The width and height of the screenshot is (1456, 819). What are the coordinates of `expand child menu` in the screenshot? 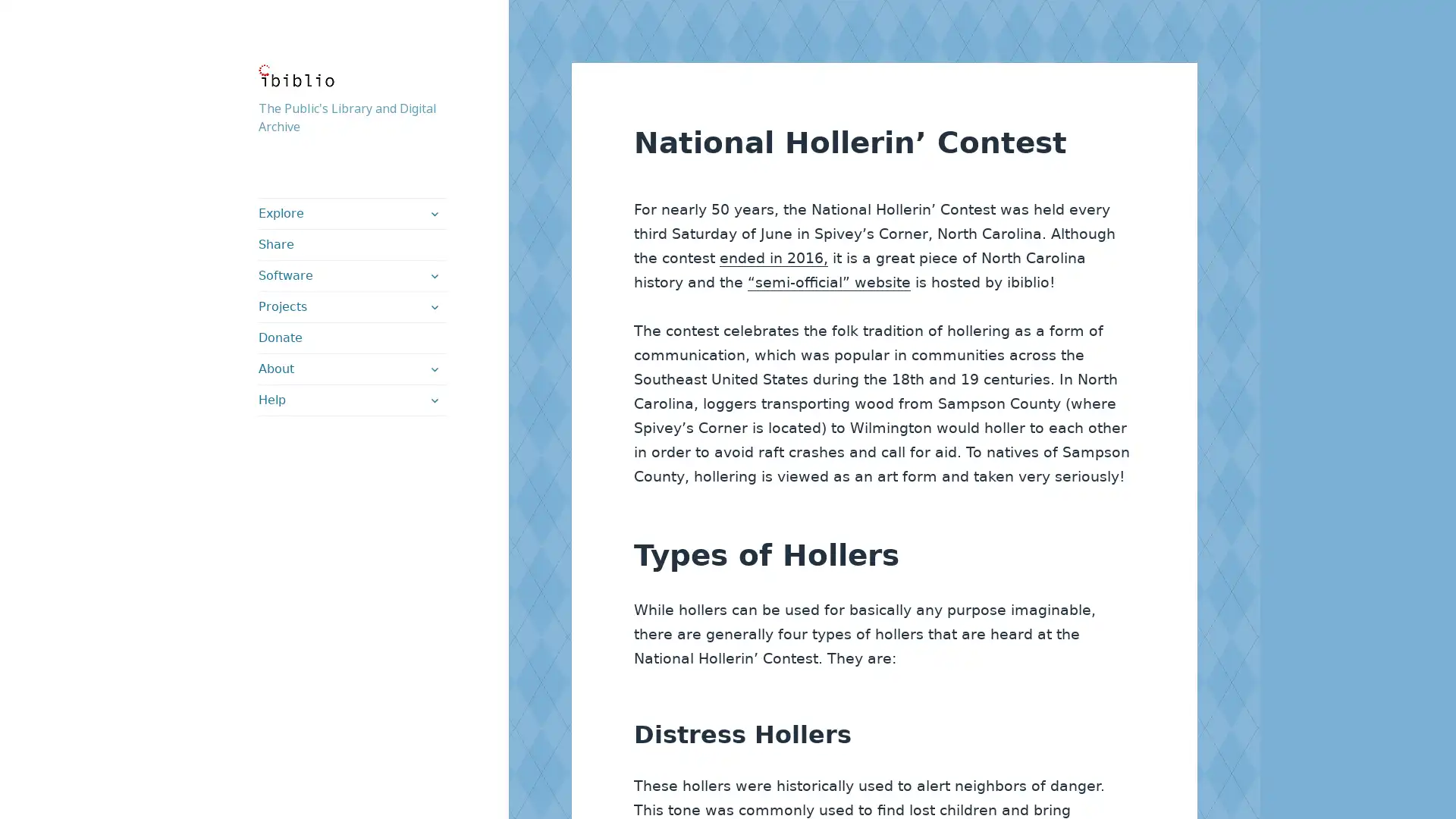 It's located at (432, 307).